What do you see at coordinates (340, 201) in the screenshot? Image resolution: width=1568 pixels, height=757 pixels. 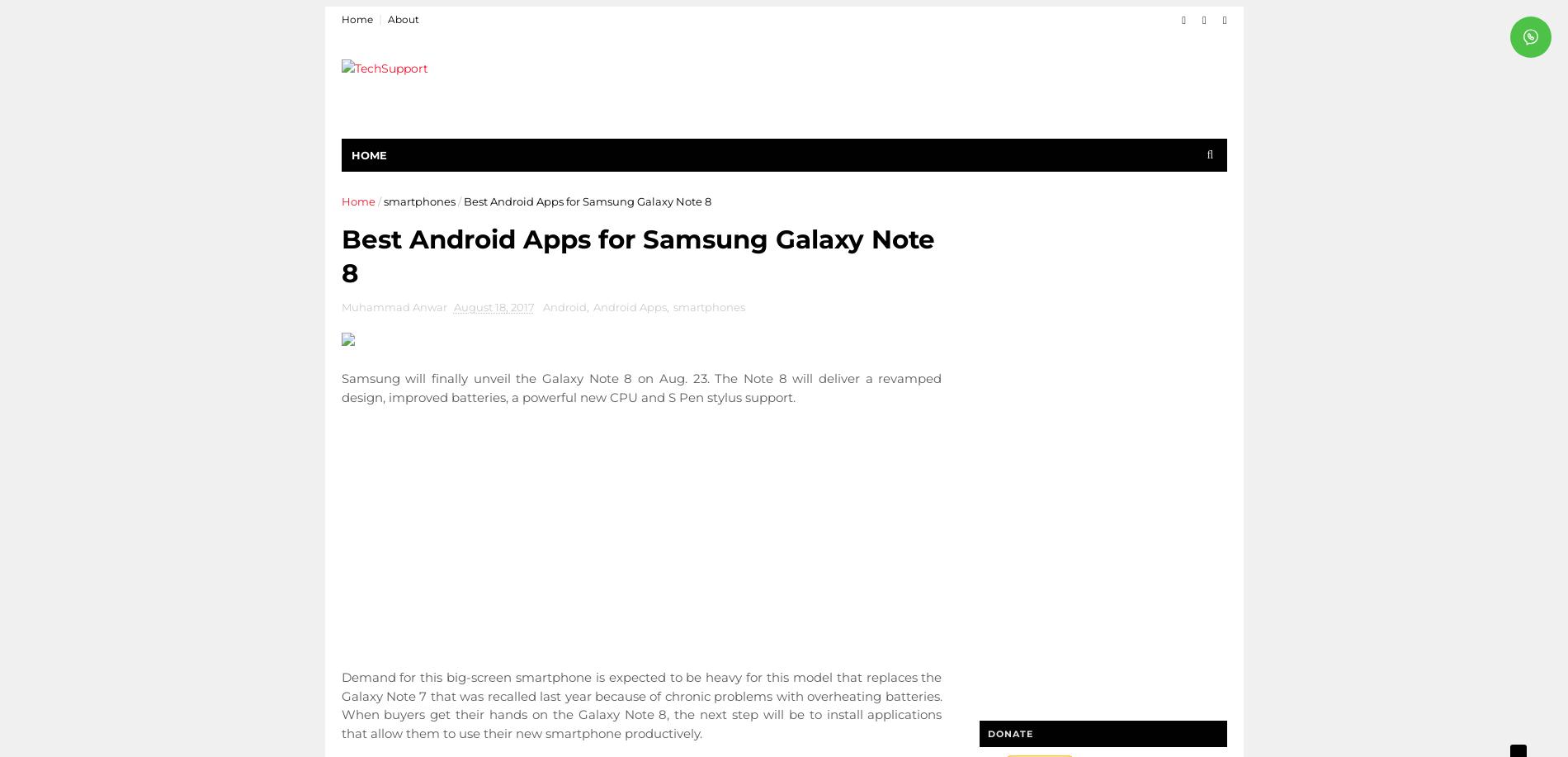 I see `'Home'` at bounding box center [340, 201].